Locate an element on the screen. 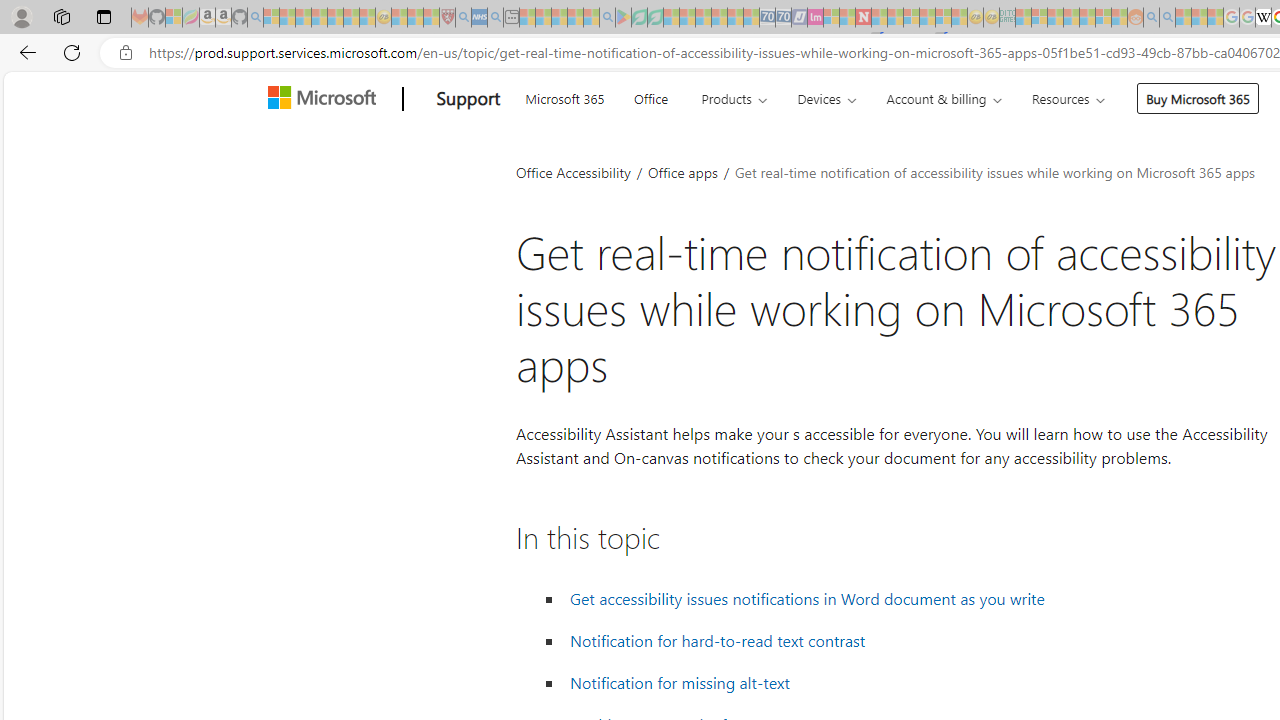 The height and width of the screenshot is (720, 1280). 'Support' is located at coordinates (467, 99).